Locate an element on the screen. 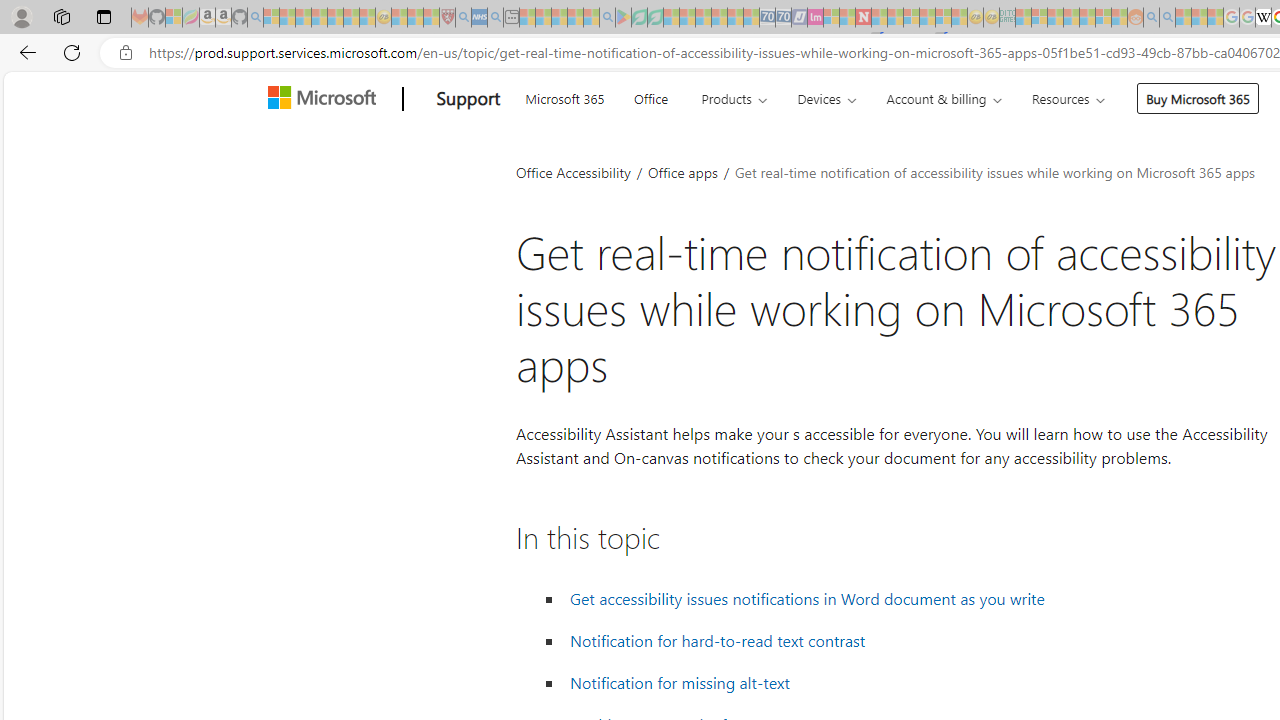 The height and width of the screenshot is (720, 1280). 'Support' is located at coordinates (467, 99).